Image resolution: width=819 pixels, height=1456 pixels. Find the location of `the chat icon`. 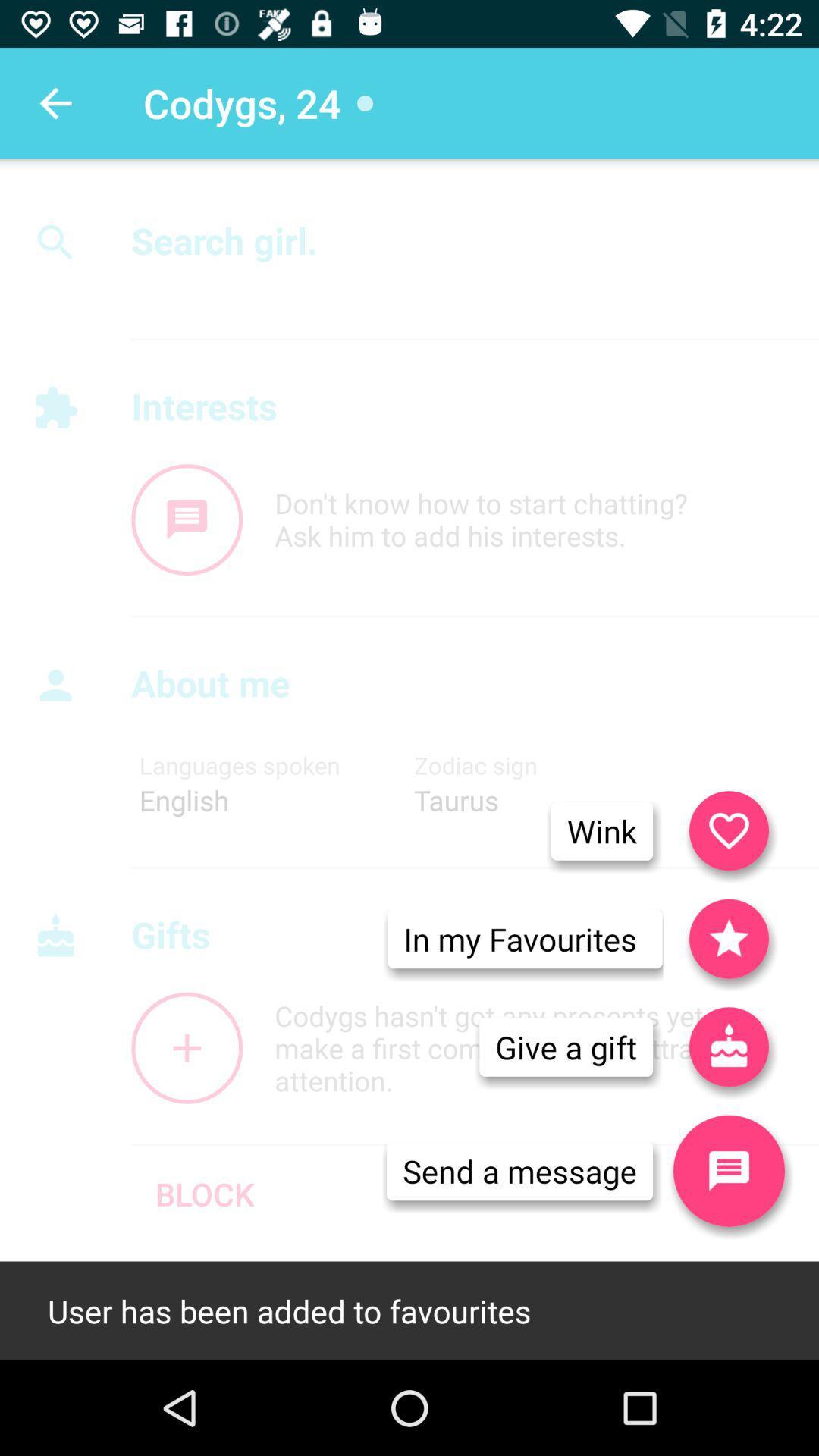

the chat icon is located at coordinates (186, 519).